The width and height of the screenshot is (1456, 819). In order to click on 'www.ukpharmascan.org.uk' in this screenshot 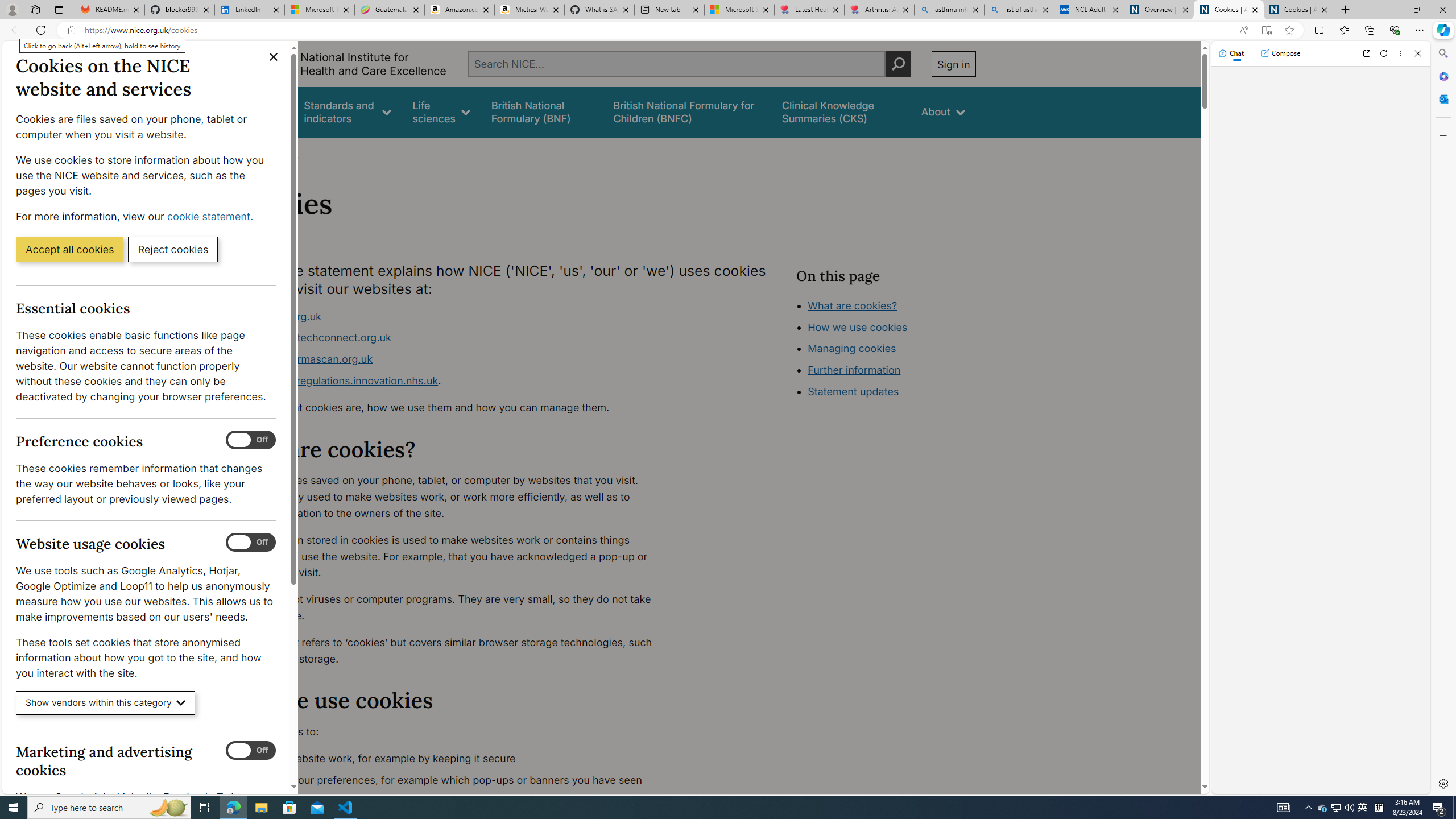, I will do `click(305, 359)`.